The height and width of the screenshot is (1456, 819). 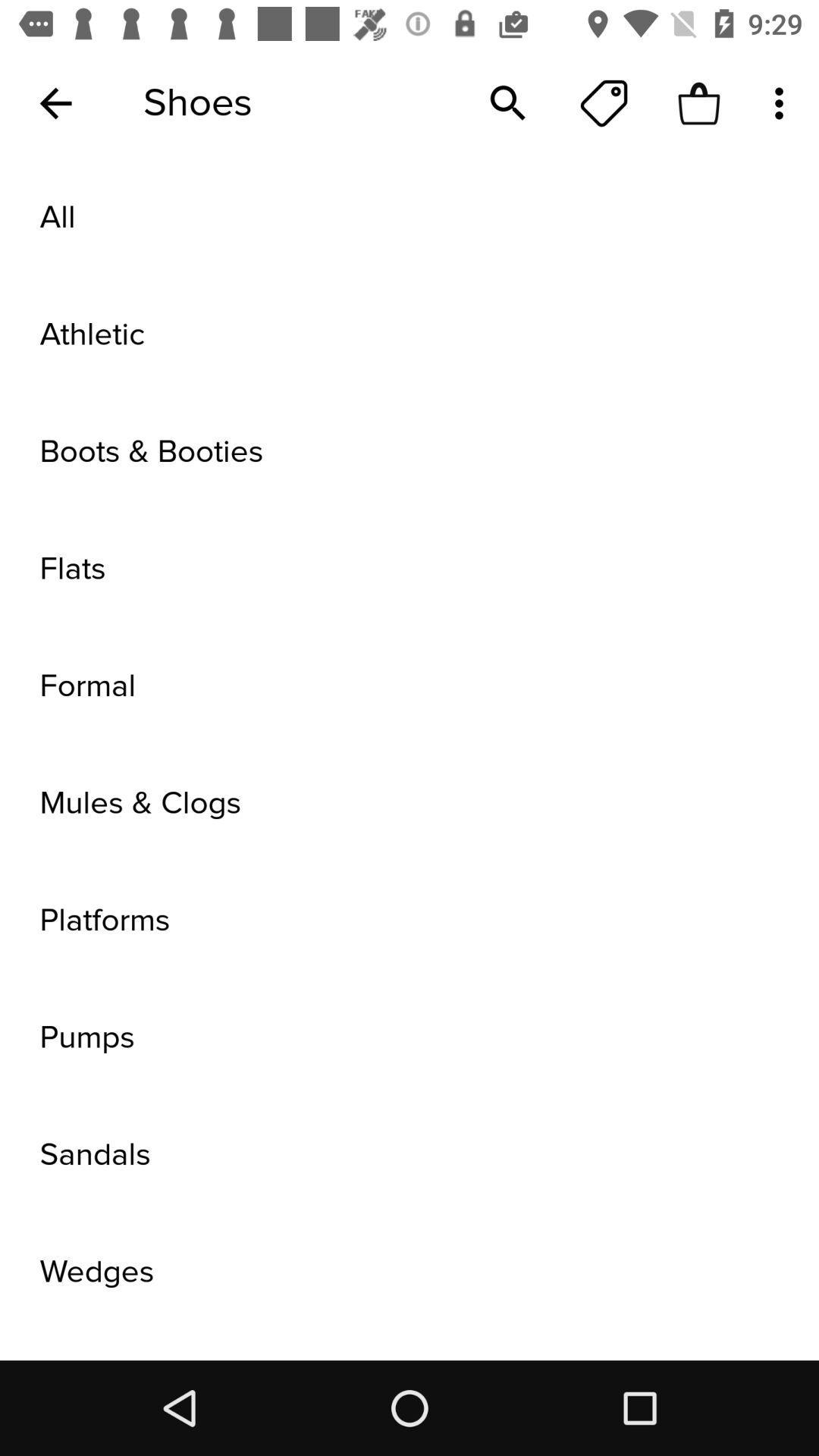 I want to click on formal item, so click(x=409, y=686).